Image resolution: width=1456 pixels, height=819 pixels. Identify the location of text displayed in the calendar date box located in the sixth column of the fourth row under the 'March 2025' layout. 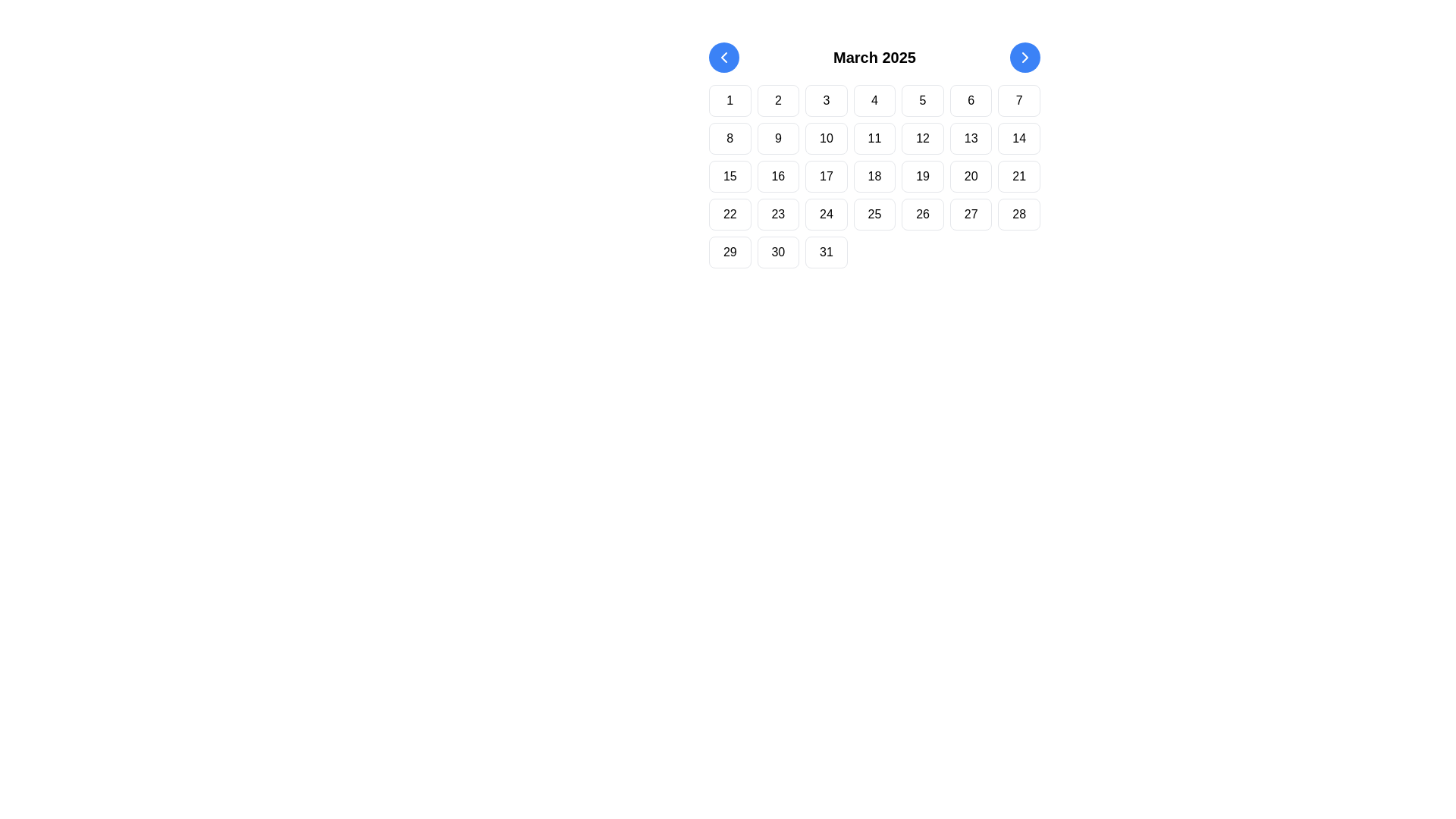
(922, 214).